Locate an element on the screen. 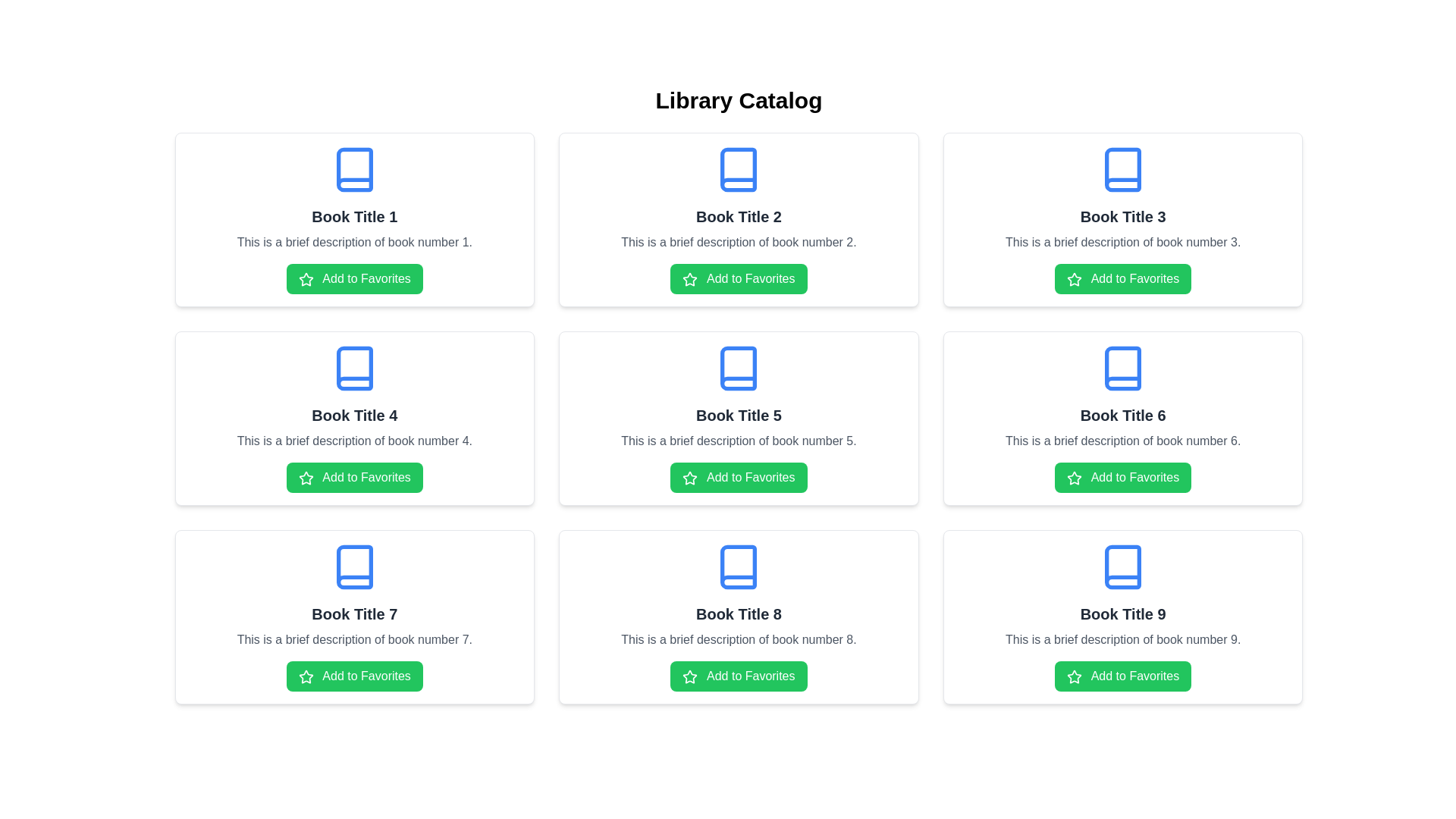 The width and height of the screenshot is (1456, 819). the button that adds 'Book Title 4' to the favorites list for interaction is located at coordinates (353, 476).